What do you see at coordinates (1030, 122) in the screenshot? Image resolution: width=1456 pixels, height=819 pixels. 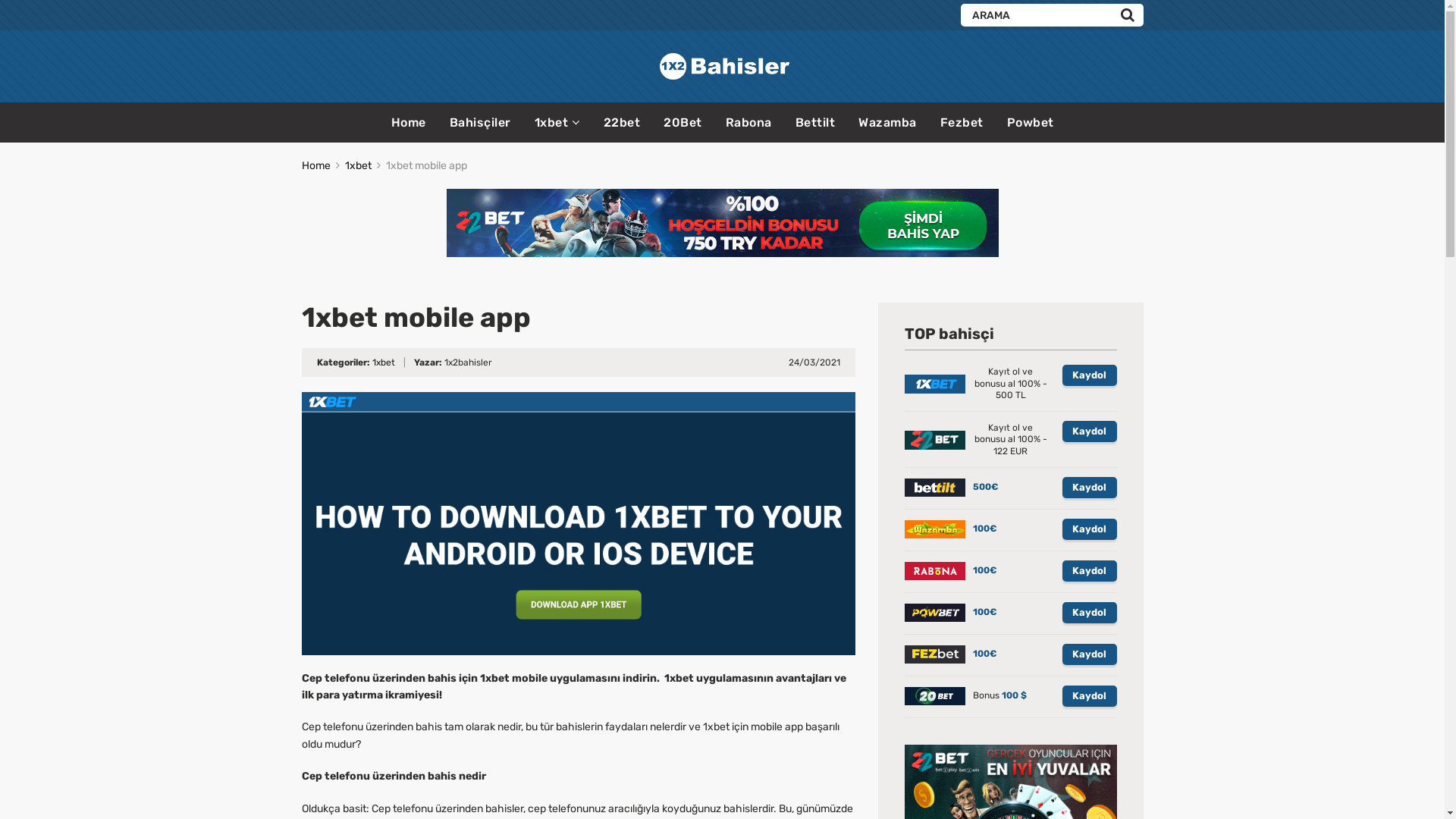 I see `'Powbet'` at bounding box center [1030, 122].